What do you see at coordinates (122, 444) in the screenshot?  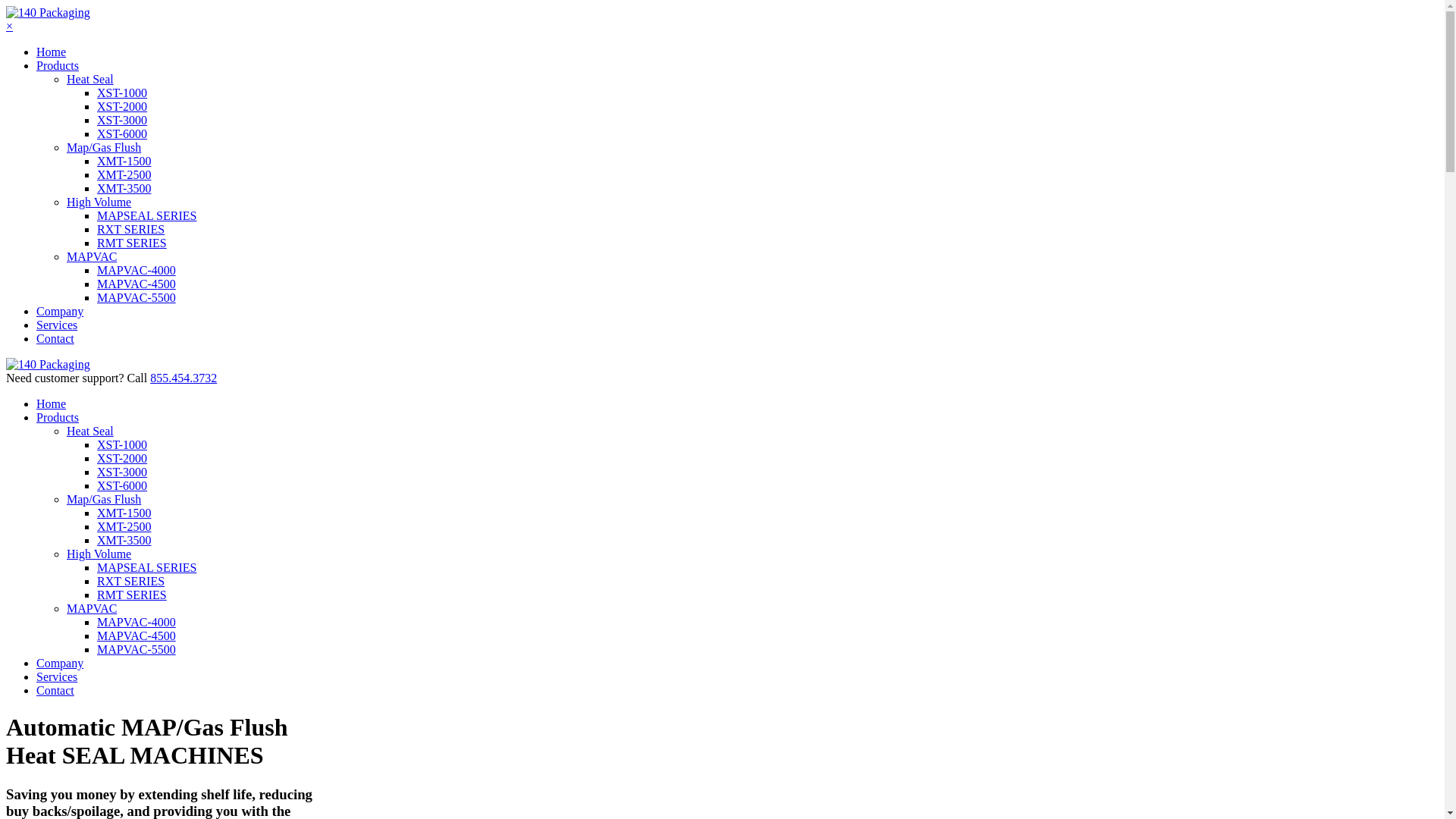 I see `'XST-1000'` at bounding box center [122, 444].